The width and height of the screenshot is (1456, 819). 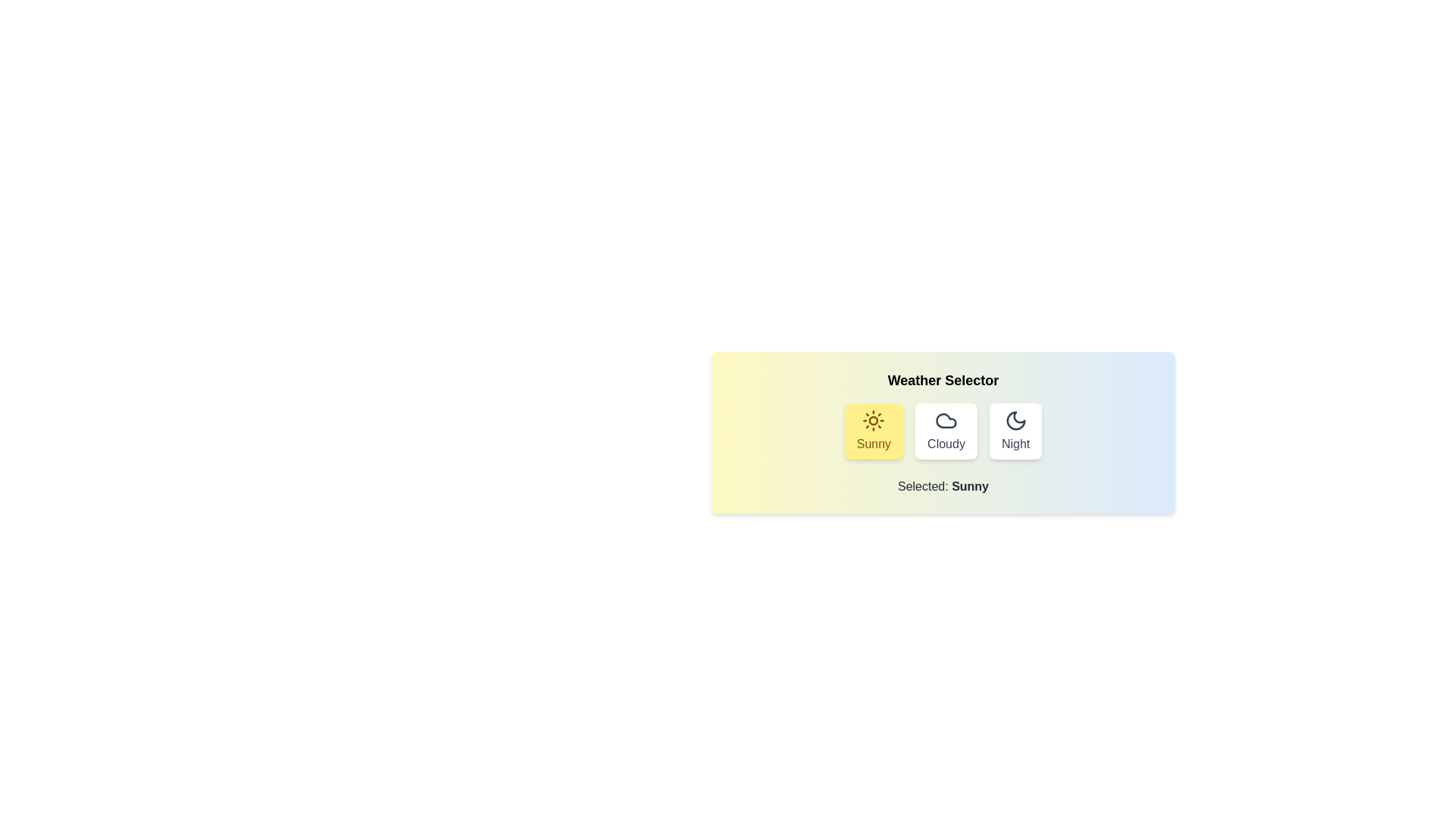 What do you see at coordinates (874, 431) in the screenshot?
I see `the weather option Sunny by clicking on its corresponding button` at bounding box center [874, 431].